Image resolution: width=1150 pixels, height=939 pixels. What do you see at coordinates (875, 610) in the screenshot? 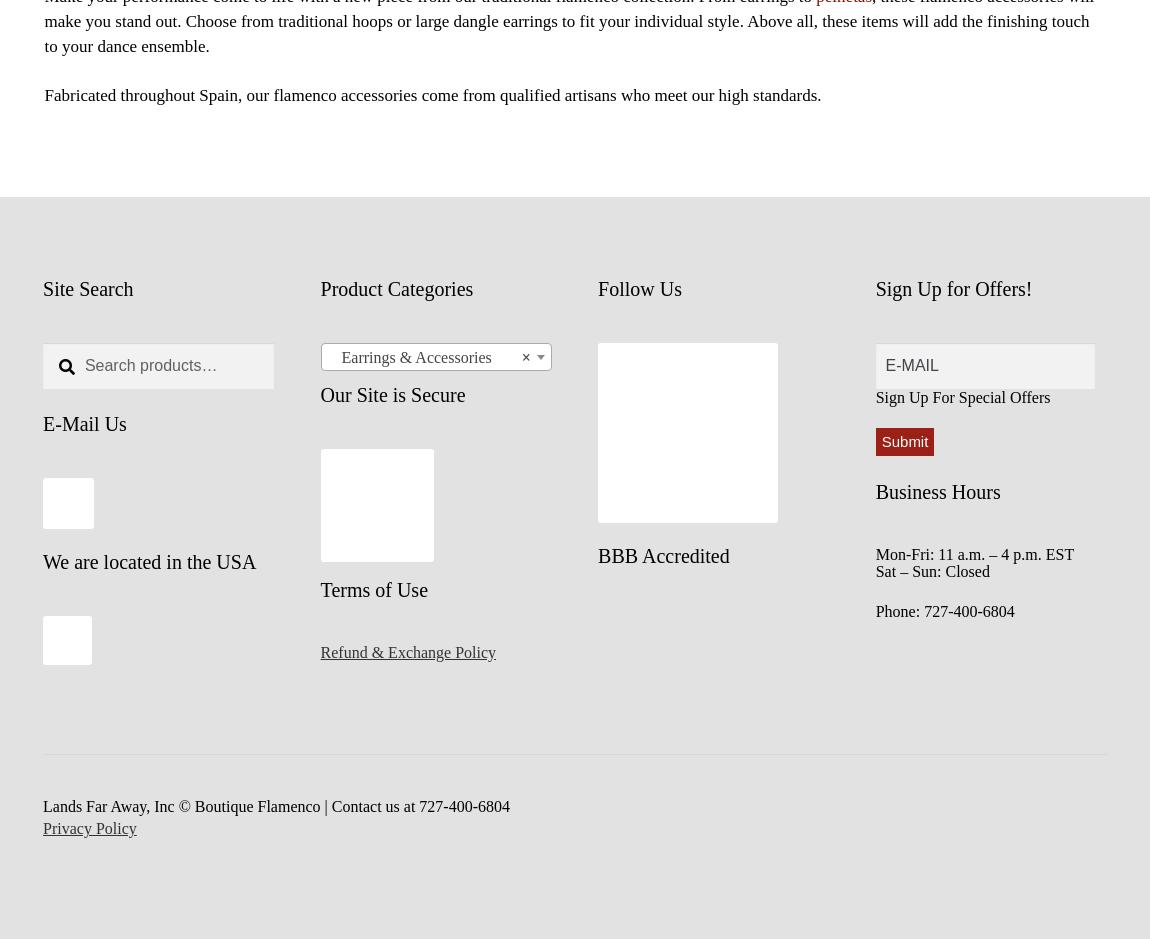
I see `'Phone: 727-400-6804'` at bounding box center [875, 610].